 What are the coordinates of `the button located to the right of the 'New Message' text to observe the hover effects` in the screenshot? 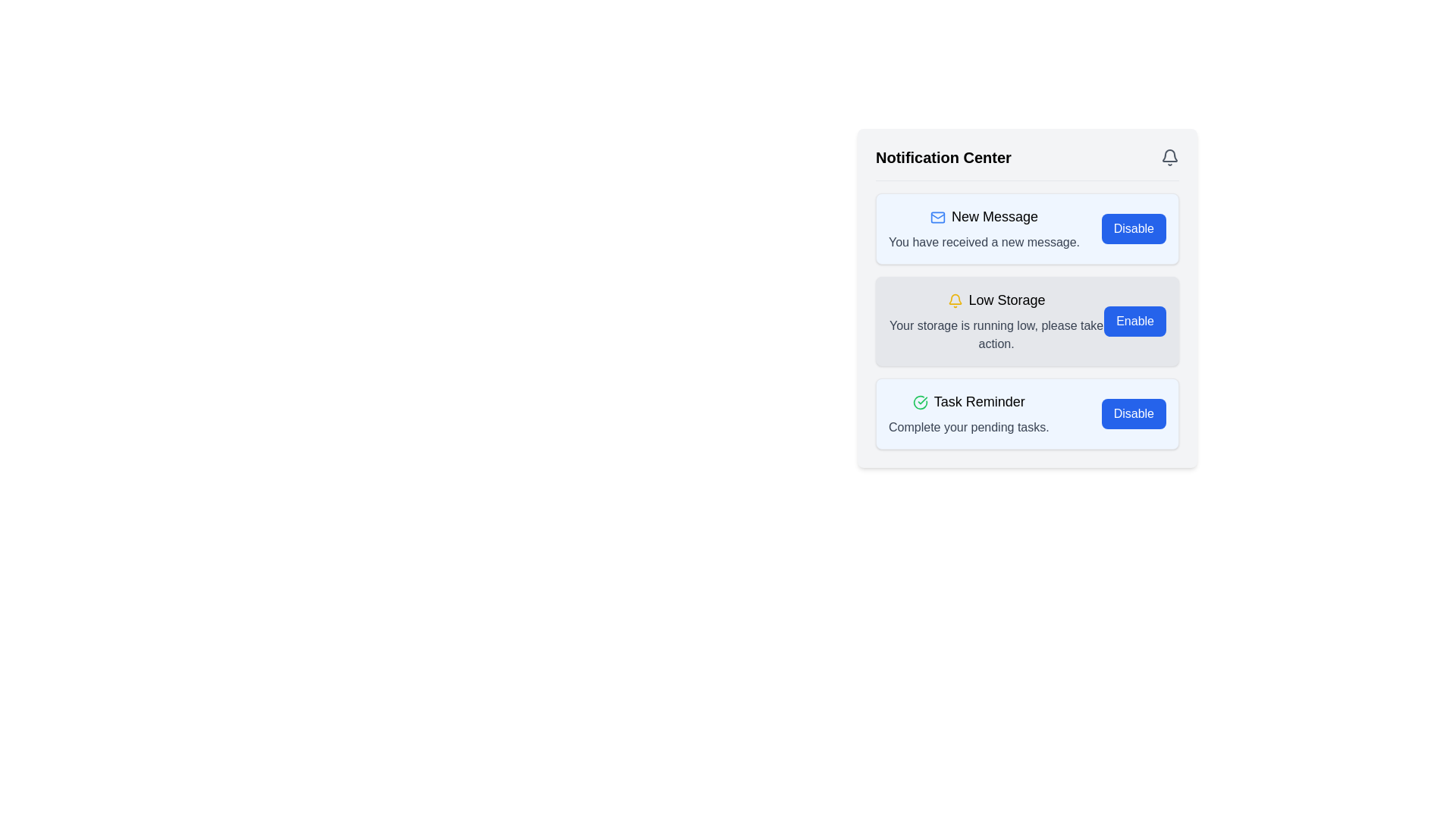 It's located at (1134, 228).